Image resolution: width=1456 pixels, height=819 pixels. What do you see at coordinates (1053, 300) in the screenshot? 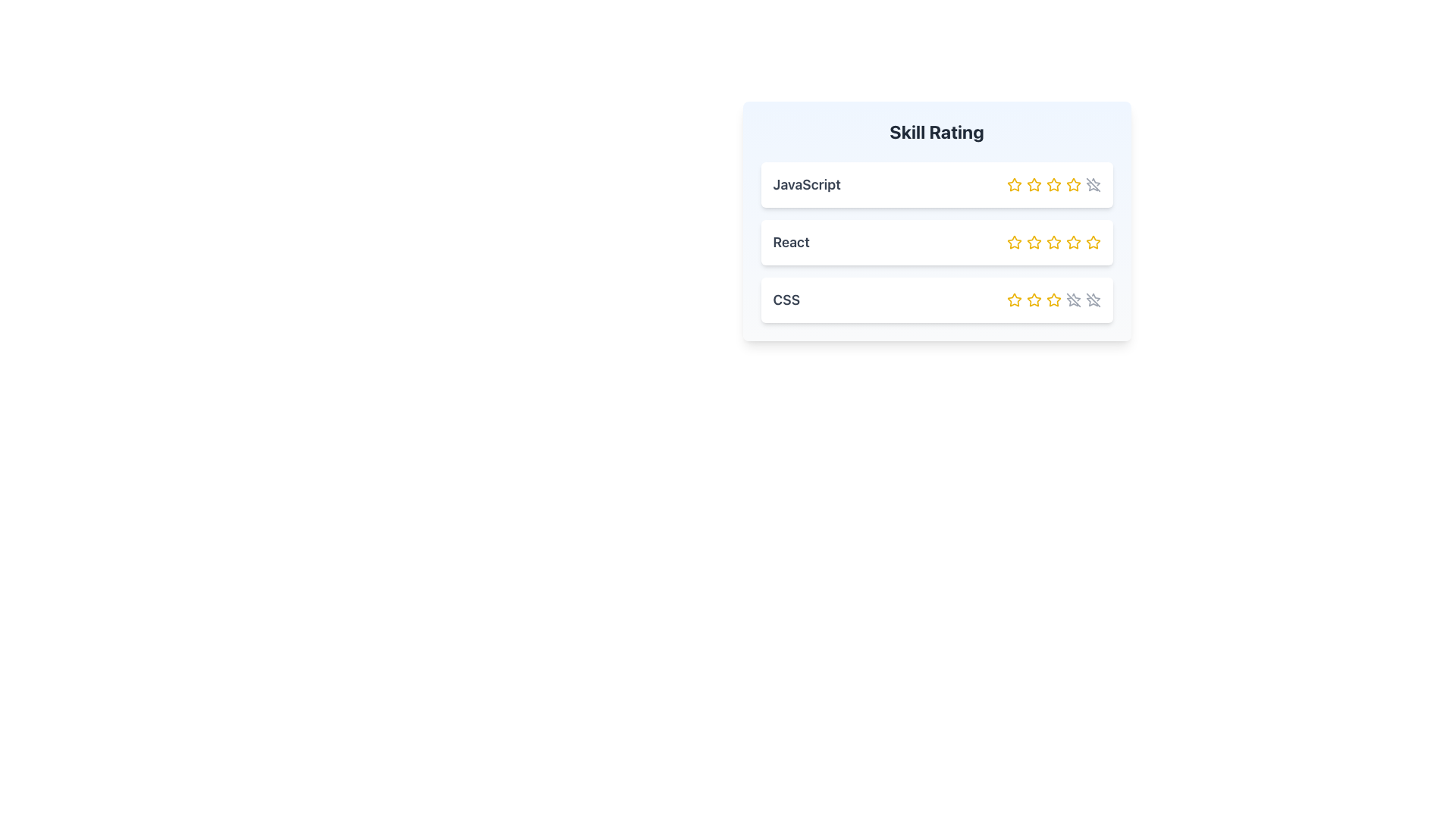
I see `the unselected stars in the Rating Star Group next` at bounding box center [1053, 300].